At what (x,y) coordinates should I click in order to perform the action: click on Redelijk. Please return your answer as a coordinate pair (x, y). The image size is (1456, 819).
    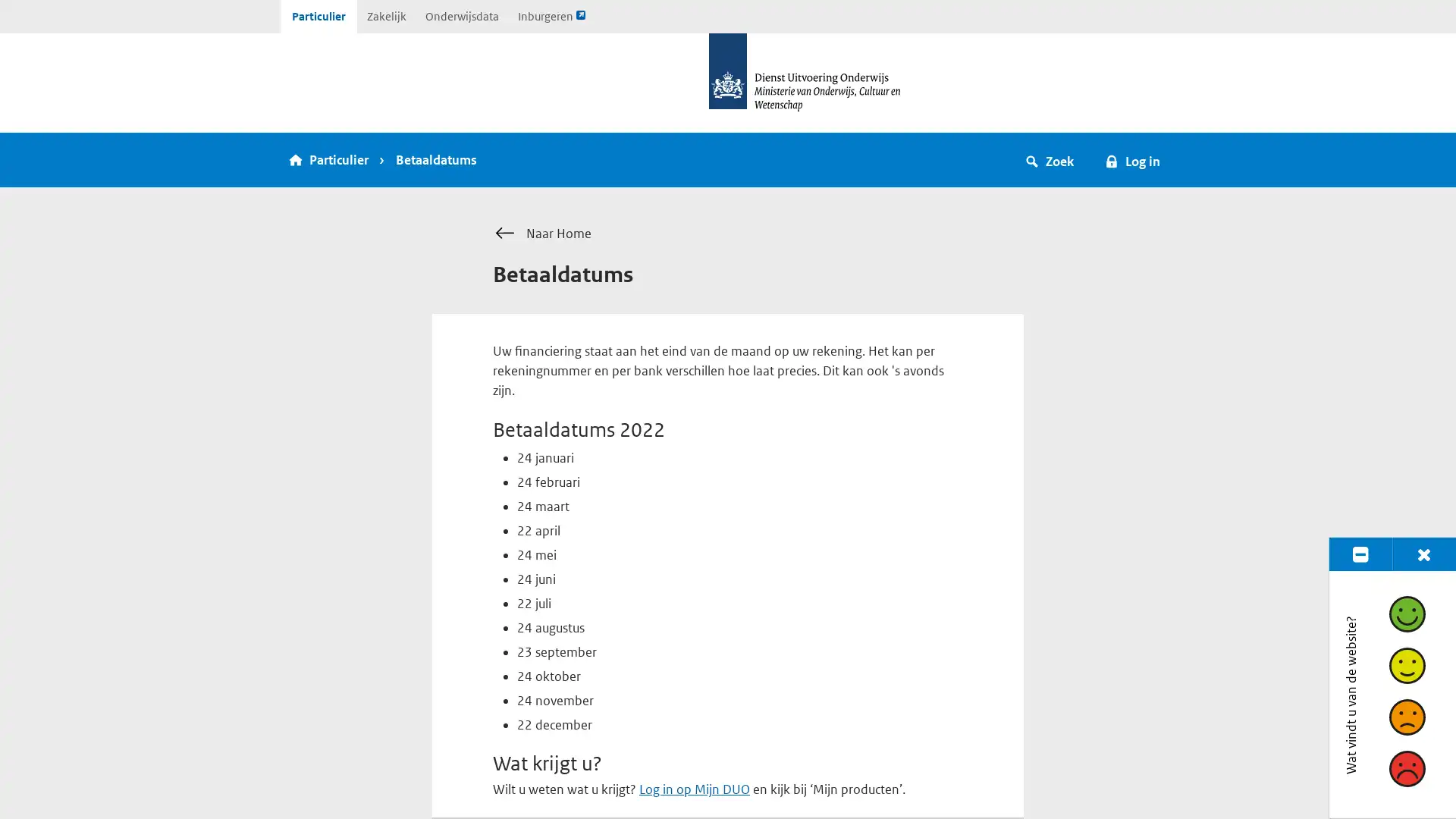
    Looking at the image, I should click on (1405, 664).